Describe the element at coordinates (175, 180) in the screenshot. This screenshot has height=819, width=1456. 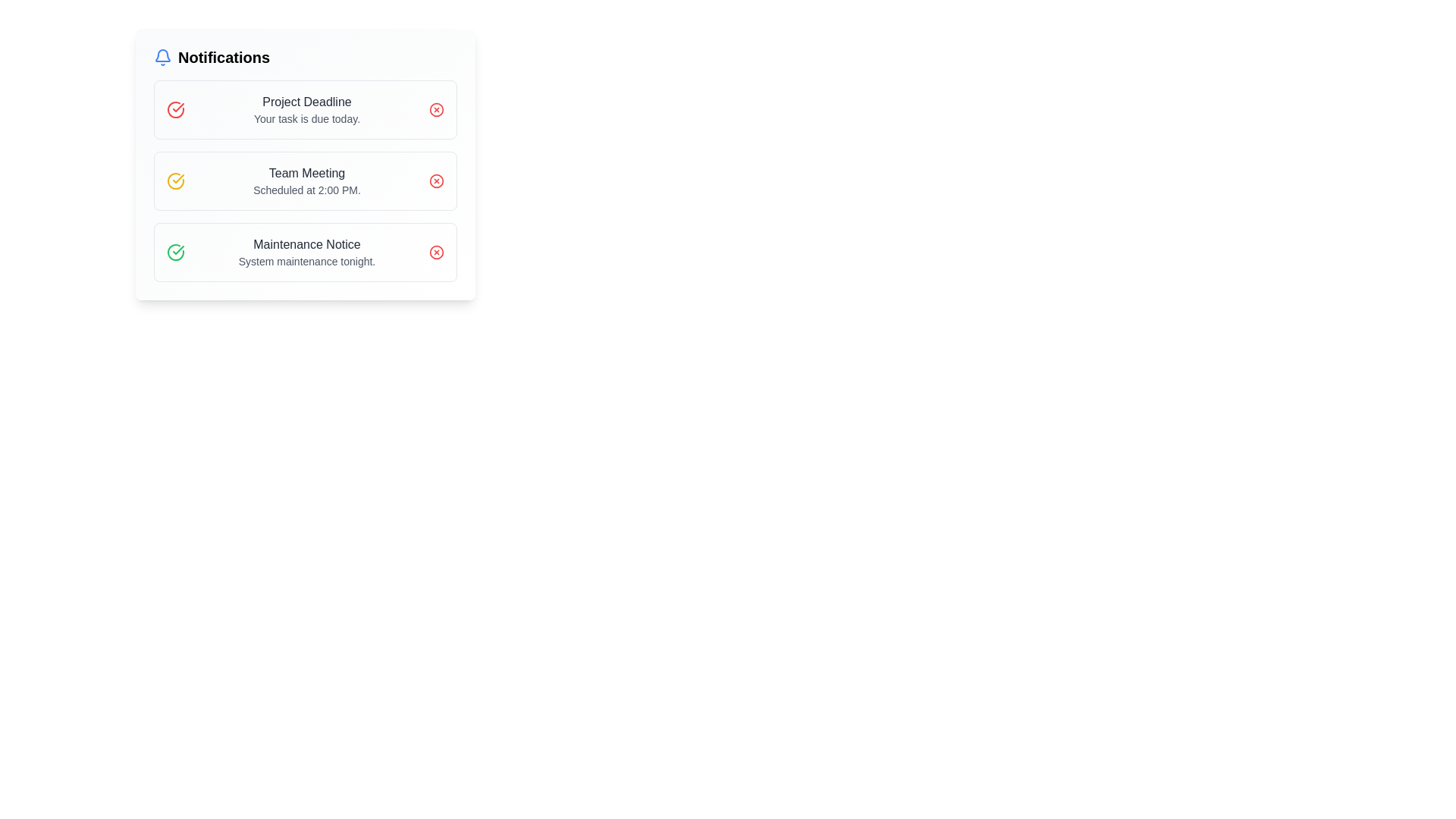
I see `circular yellow checkmark icon located to the left of the 'Team Meeting Scheduled at 2:00 PM' text in the notification card` at that location.